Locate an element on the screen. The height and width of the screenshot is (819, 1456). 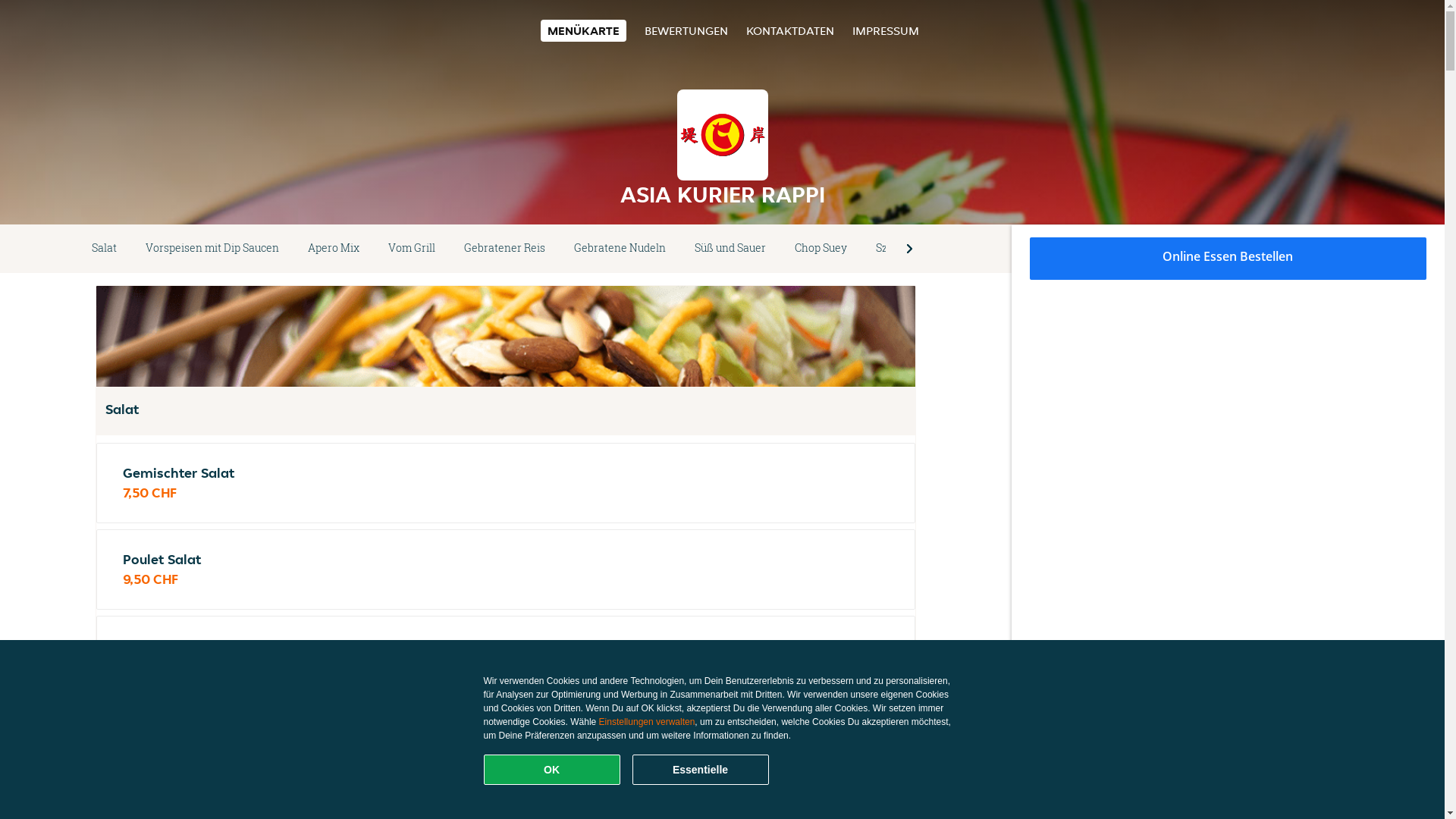
'Vorspeisen mit Dip Saucen' is located at coordinates (130, 247).